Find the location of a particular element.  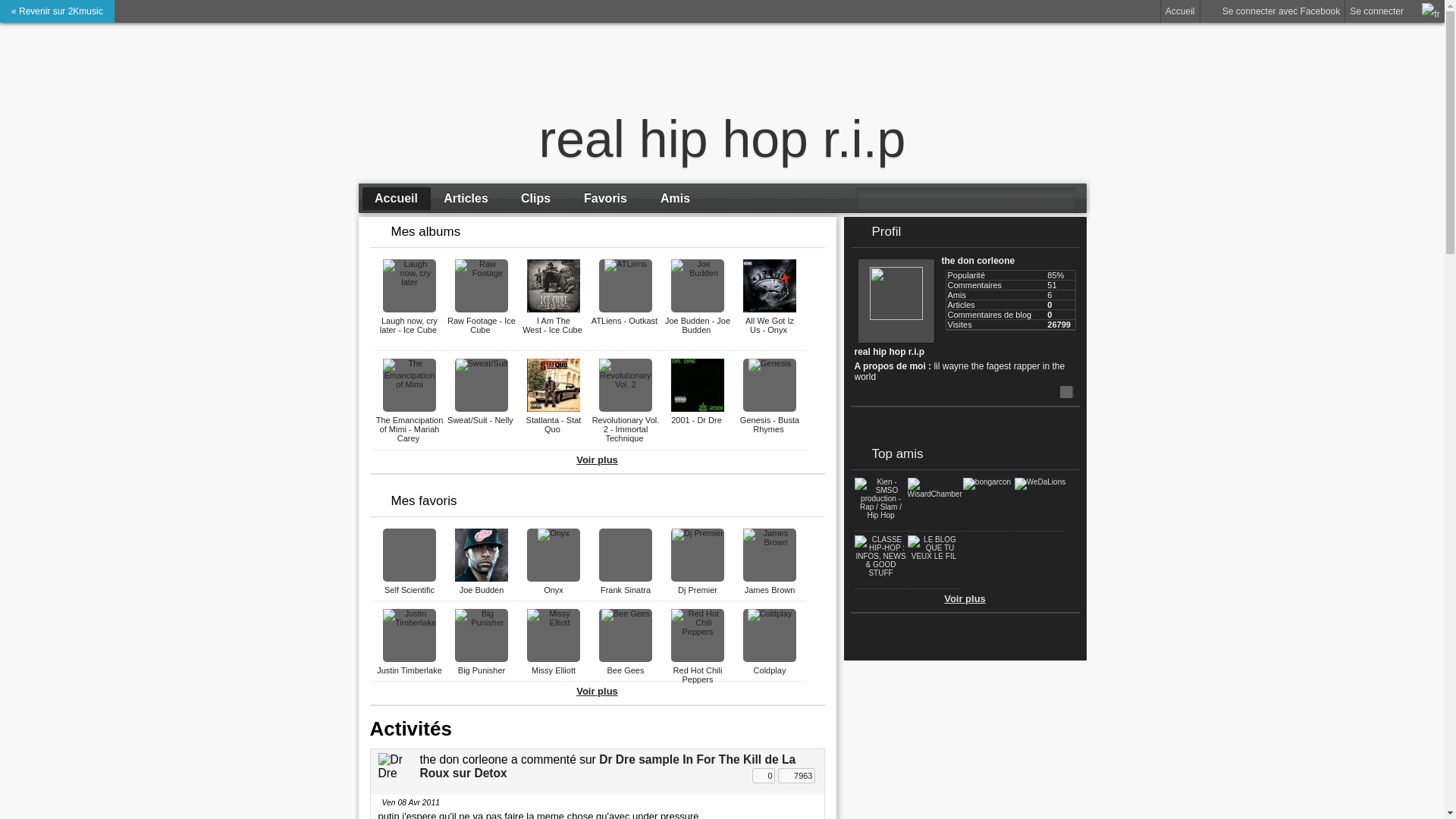

'Red Hot Chili Peppers' is located at coordinates (697, 674).